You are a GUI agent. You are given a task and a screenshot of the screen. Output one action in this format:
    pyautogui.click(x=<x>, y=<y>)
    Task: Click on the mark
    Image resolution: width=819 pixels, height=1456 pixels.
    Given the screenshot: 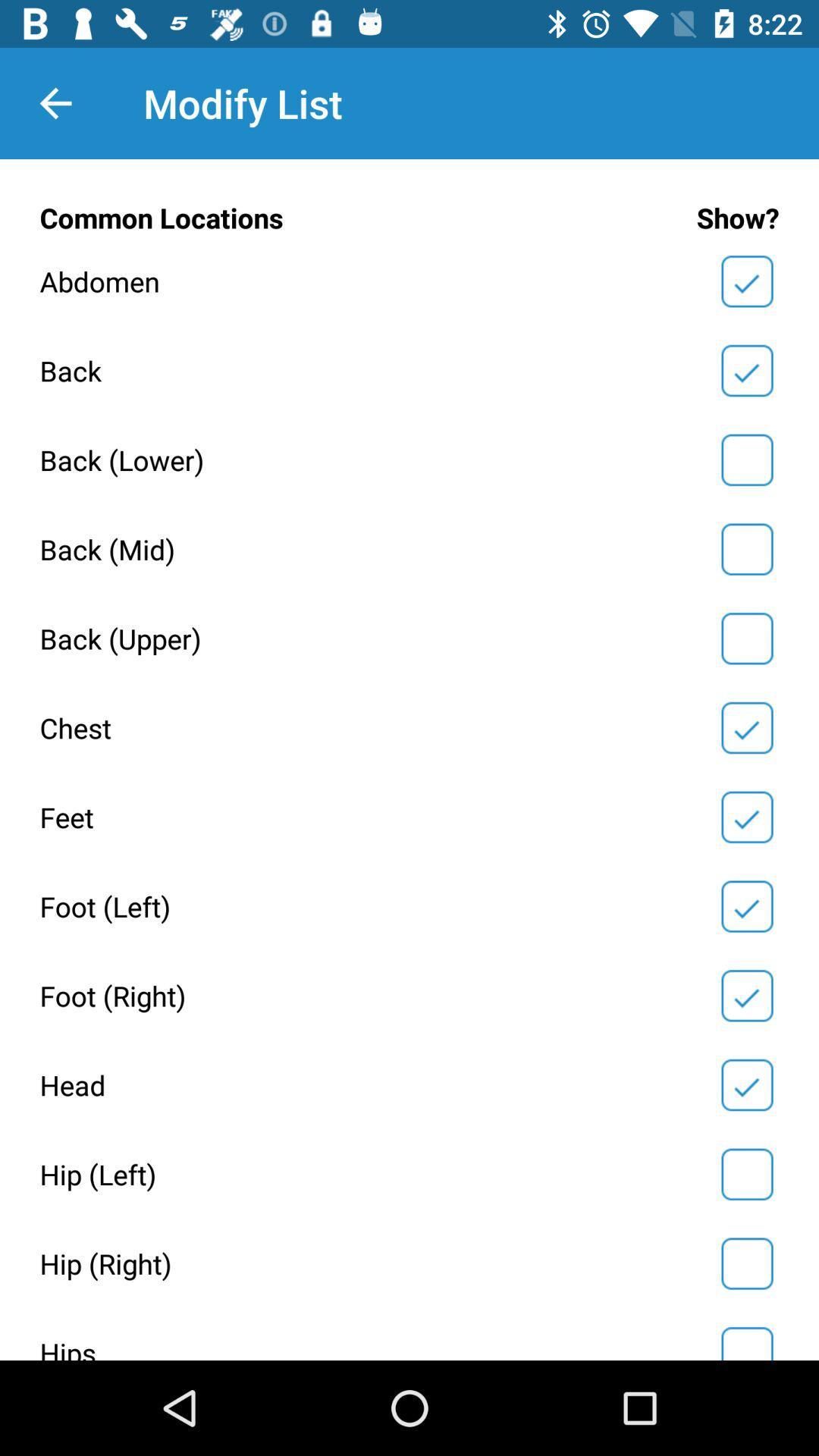 What is the action you would take?
    pyautogui.click(x=746, y=639)
    